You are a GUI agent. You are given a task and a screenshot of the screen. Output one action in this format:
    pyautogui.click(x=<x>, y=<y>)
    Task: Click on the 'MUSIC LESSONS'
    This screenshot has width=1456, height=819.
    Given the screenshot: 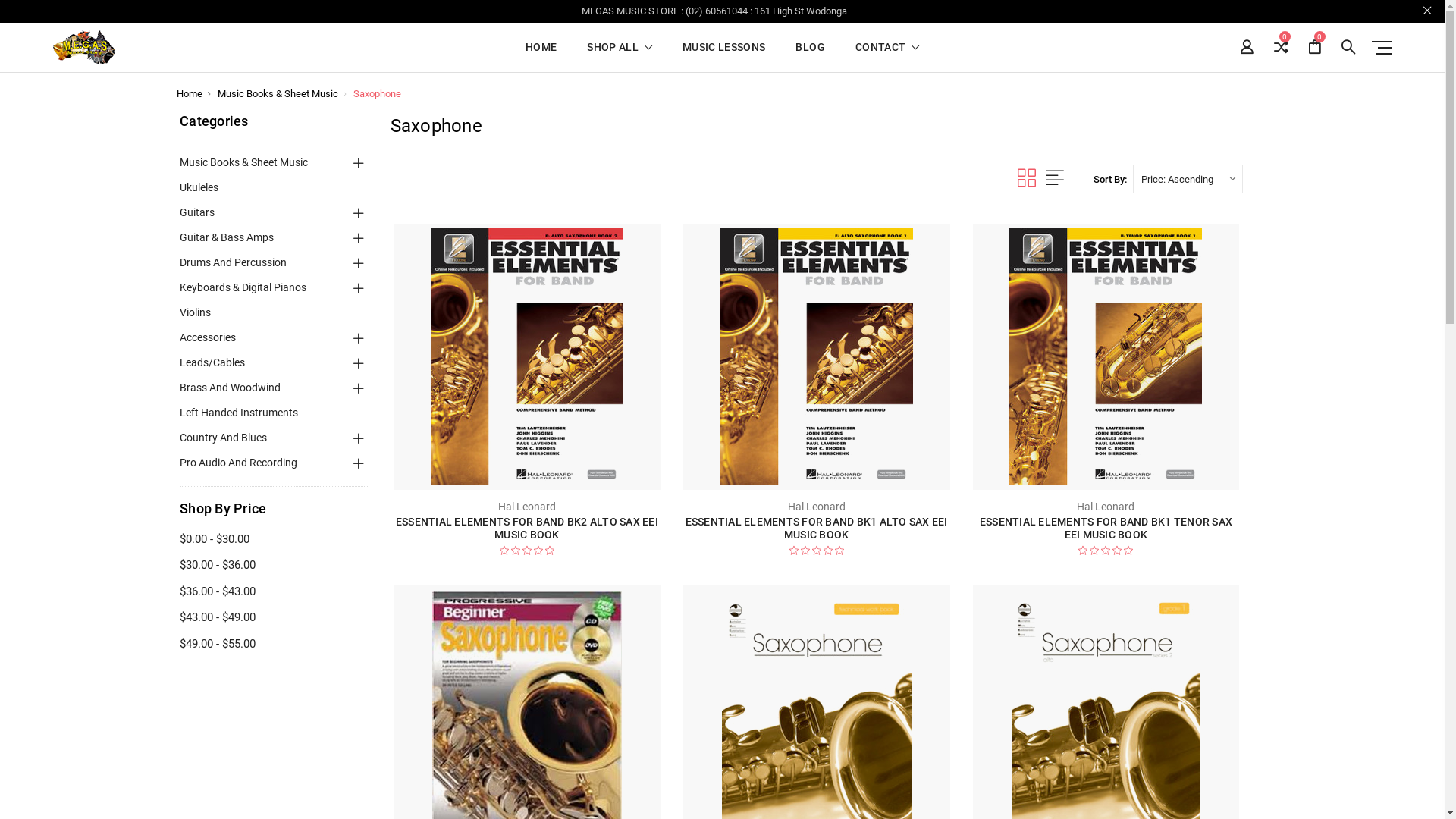 What is the action you would take?
    pyautogui.click(x=723, y=55)
    